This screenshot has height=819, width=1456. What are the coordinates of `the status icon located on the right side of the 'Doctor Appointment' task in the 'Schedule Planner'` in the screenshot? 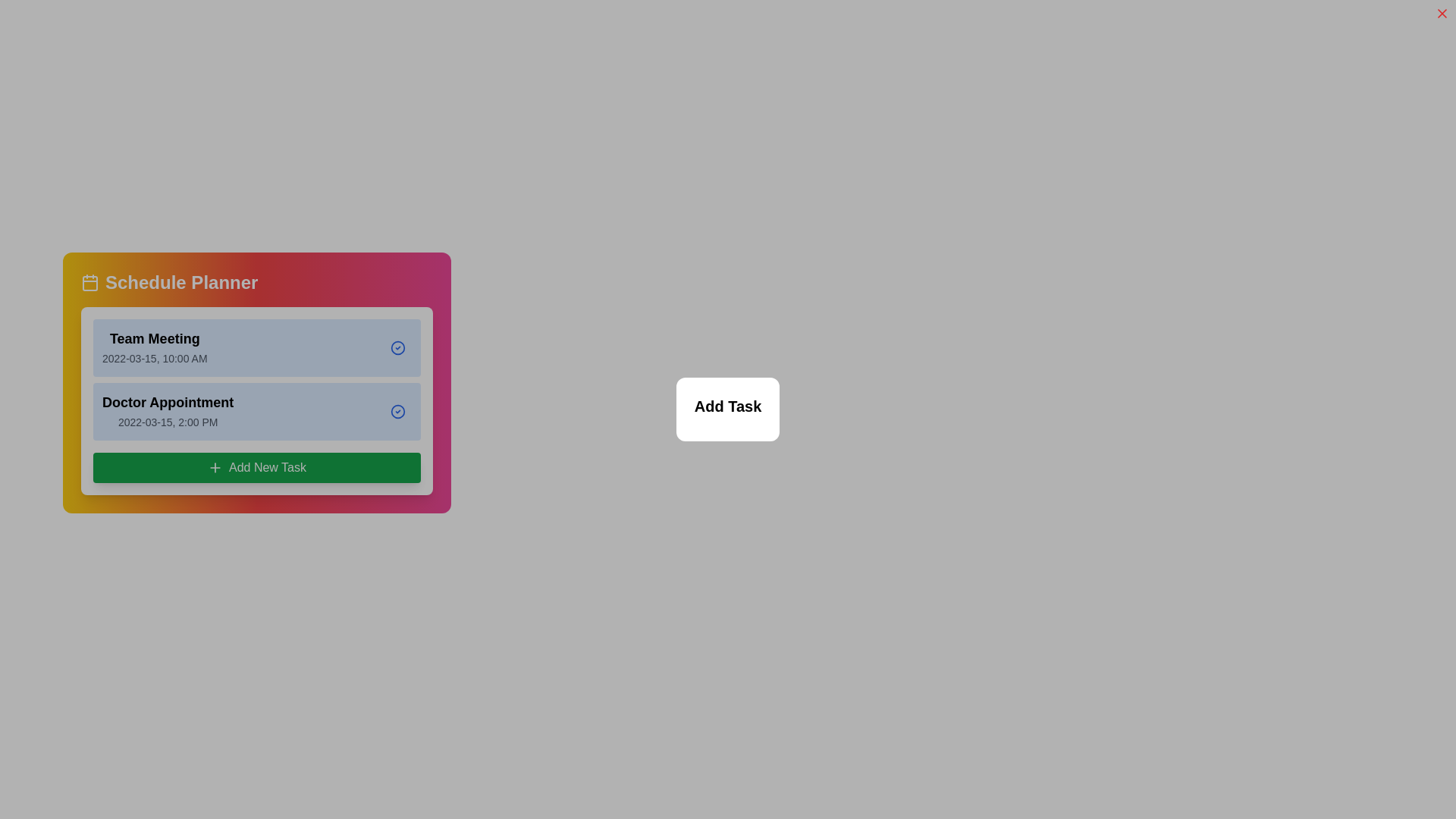 It's located at (397, 412).